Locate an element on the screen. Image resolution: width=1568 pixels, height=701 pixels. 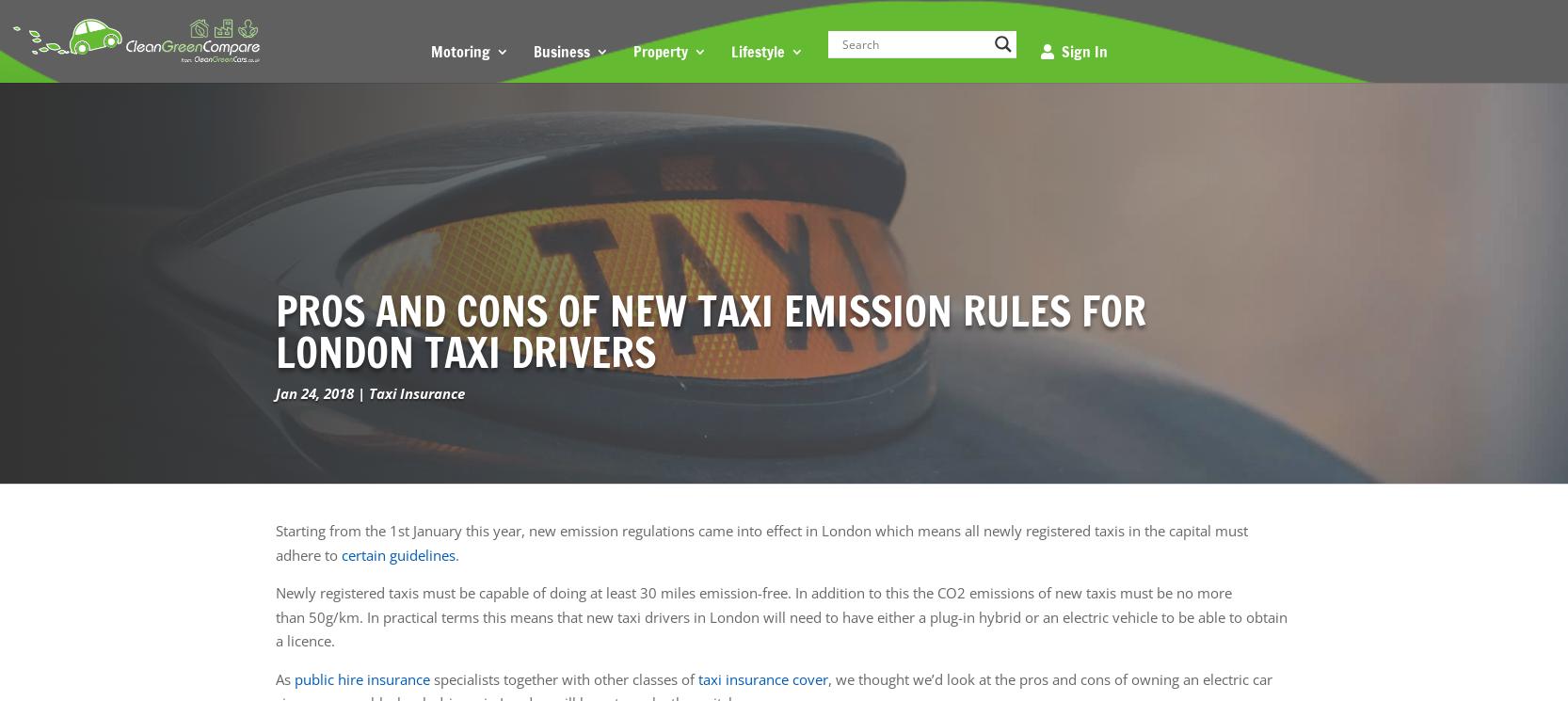
'Van Insurance' is located at coordinates (494, 540).